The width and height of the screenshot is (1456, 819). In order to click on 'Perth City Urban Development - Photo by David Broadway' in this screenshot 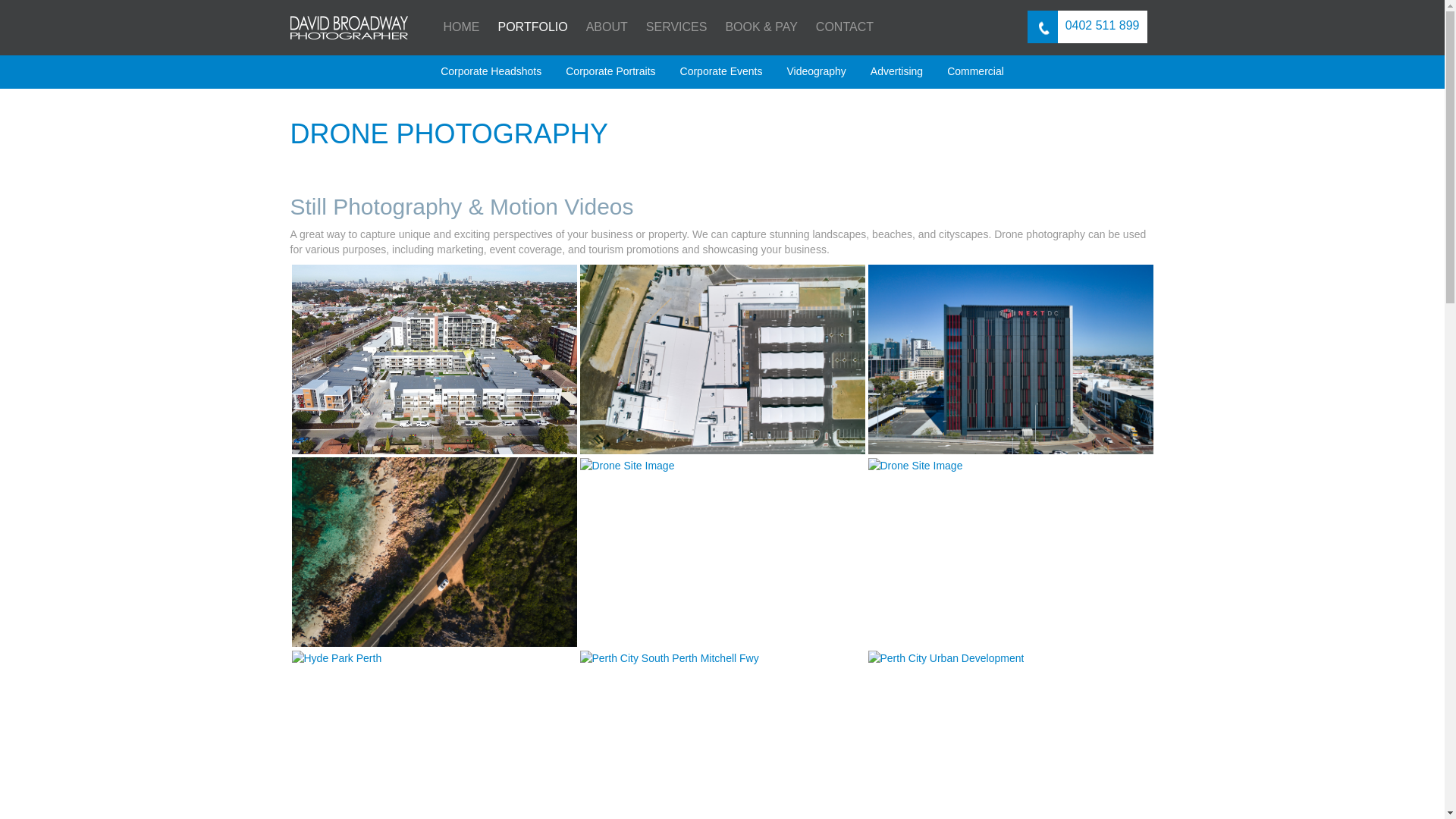, I will do `click(945, 657)`.